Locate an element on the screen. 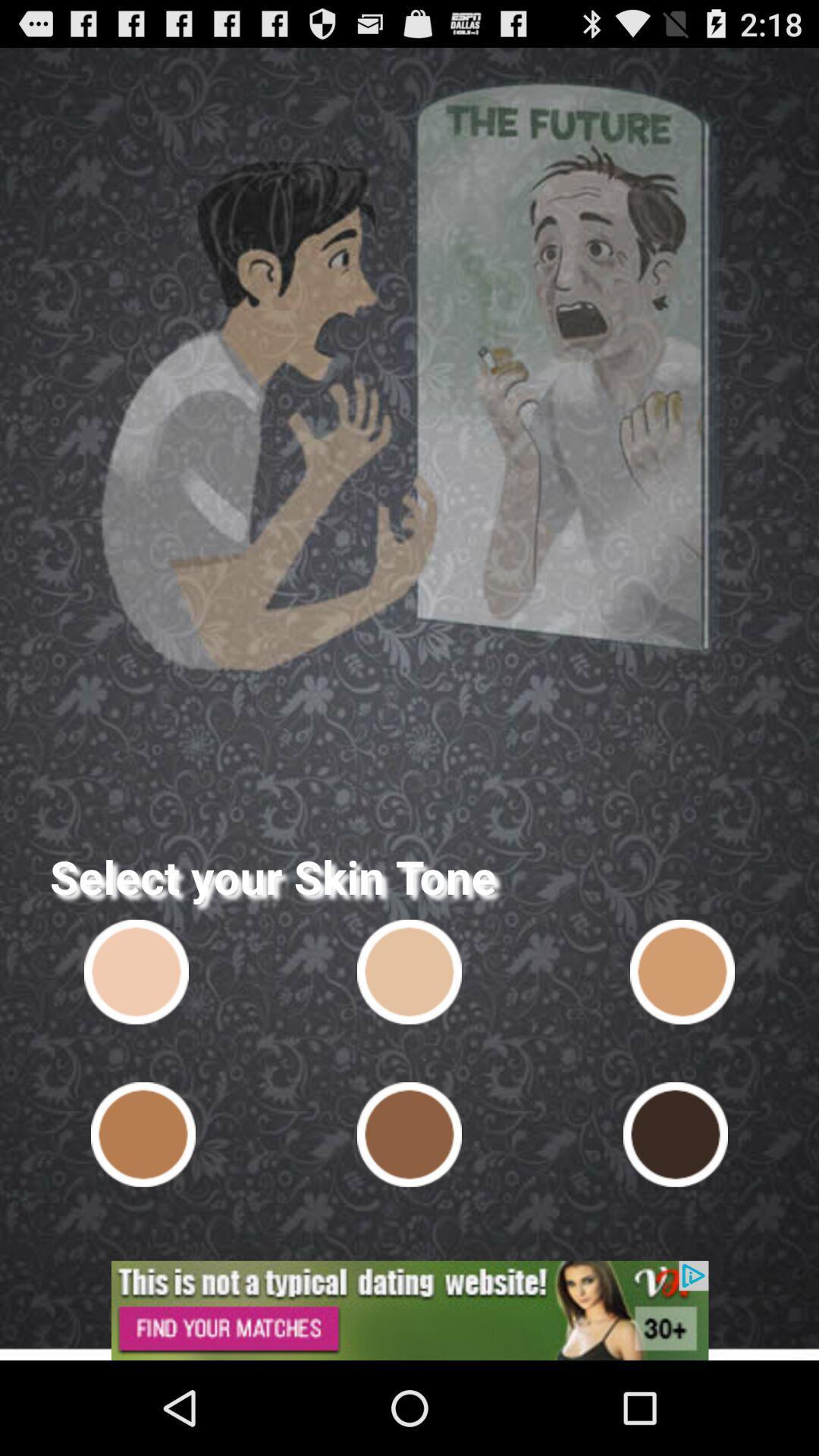 The height and width of the screenshot is (1456, 819). open advertisement is located at coordinates (409, 1310).